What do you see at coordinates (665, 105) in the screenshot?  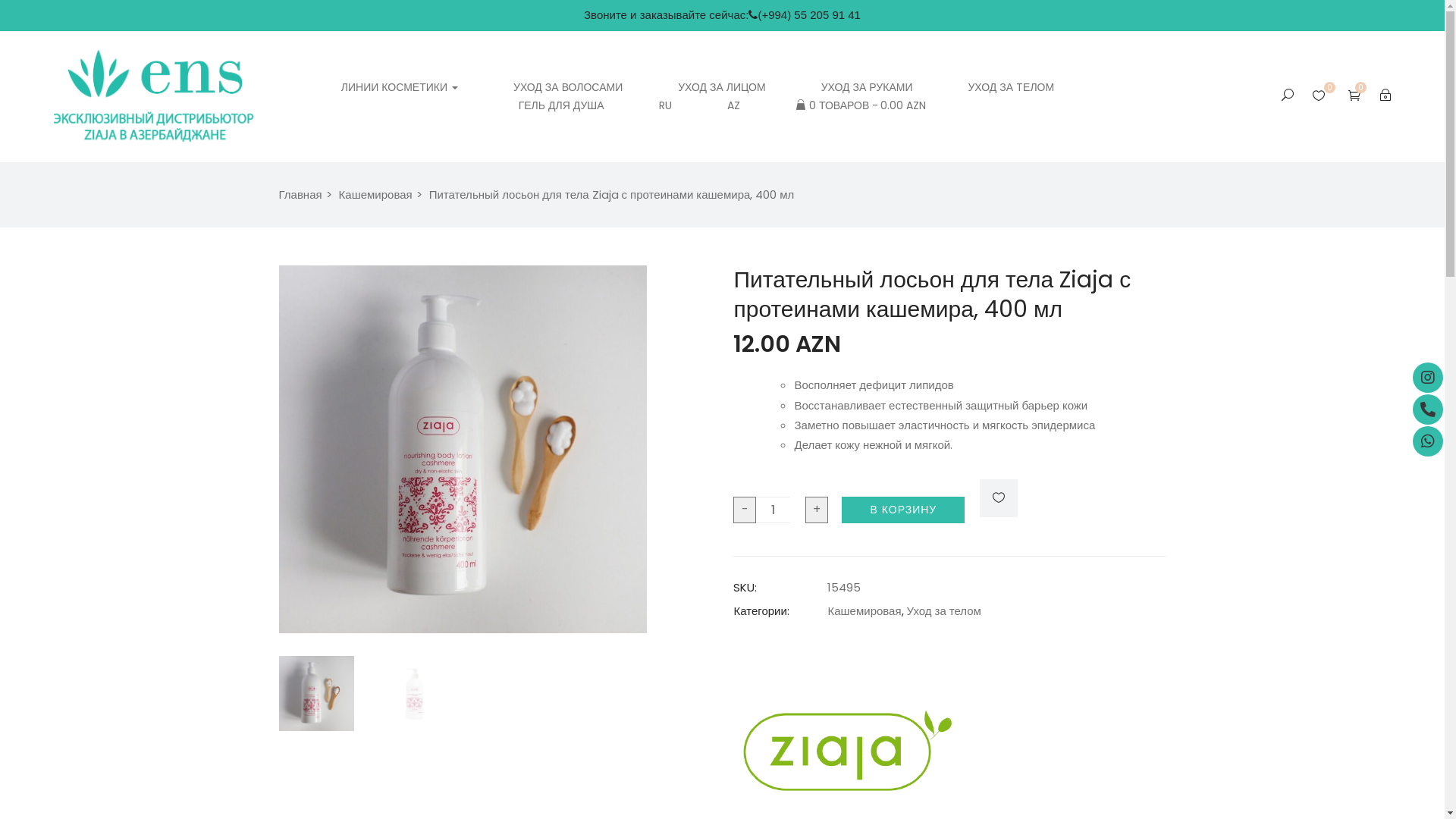 I see `'RU'` at bounding box center [665, 105].